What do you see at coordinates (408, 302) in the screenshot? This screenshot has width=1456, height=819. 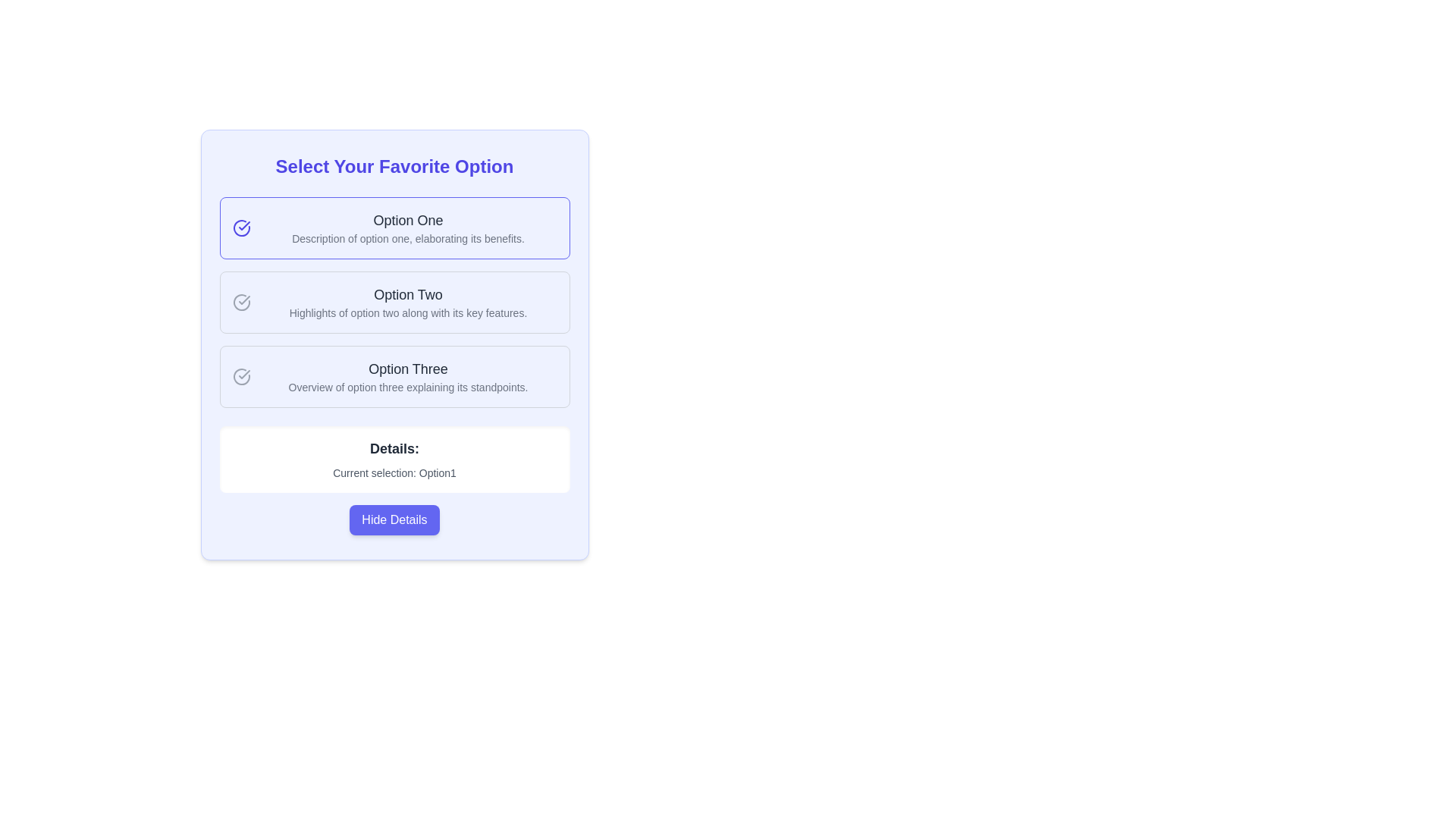 I see `the text display area of the second selectable option in the radio button group` at bounding box center [408, 302].